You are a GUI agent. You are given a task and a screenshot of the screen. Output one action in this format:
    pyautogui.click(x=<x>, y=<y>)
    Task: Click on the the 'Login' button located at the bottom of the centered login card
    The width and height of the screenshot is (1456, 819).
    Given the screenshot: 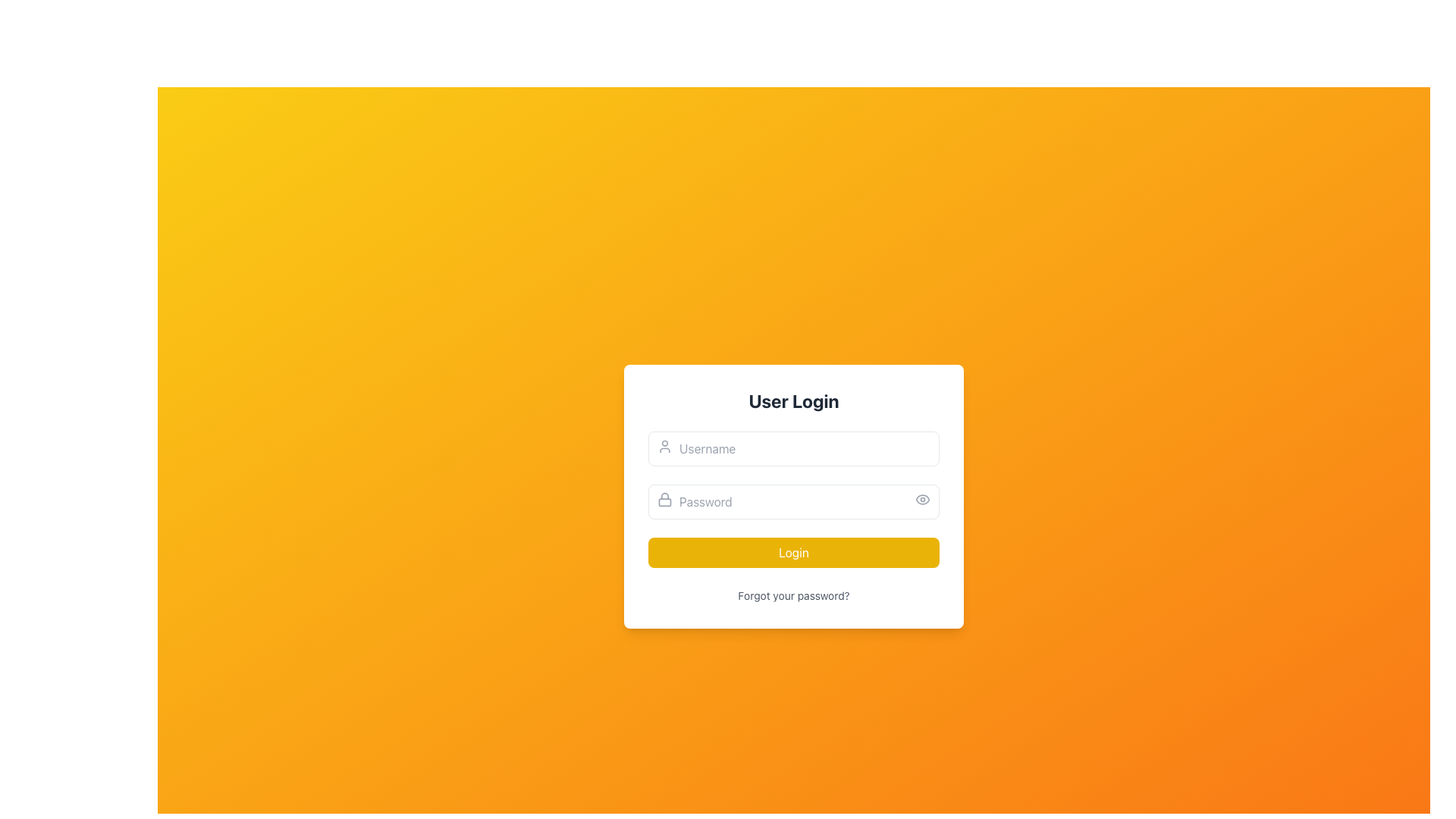 What is the action you would take?
    pyautogui.click(x=792, y=553)
    